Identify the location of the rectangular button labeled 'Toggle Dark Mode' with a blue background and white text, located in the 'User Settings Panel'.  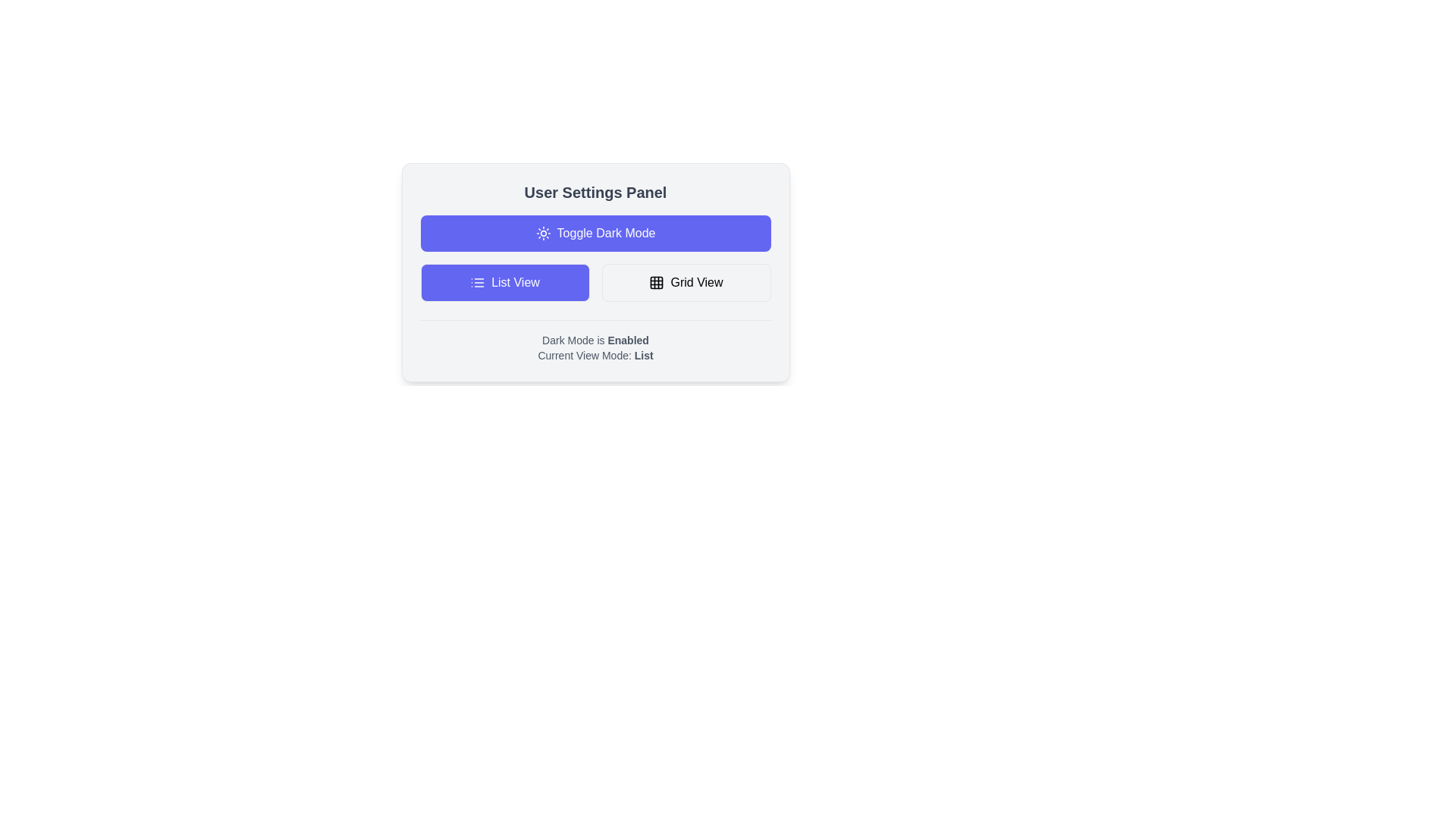
(595, 234).